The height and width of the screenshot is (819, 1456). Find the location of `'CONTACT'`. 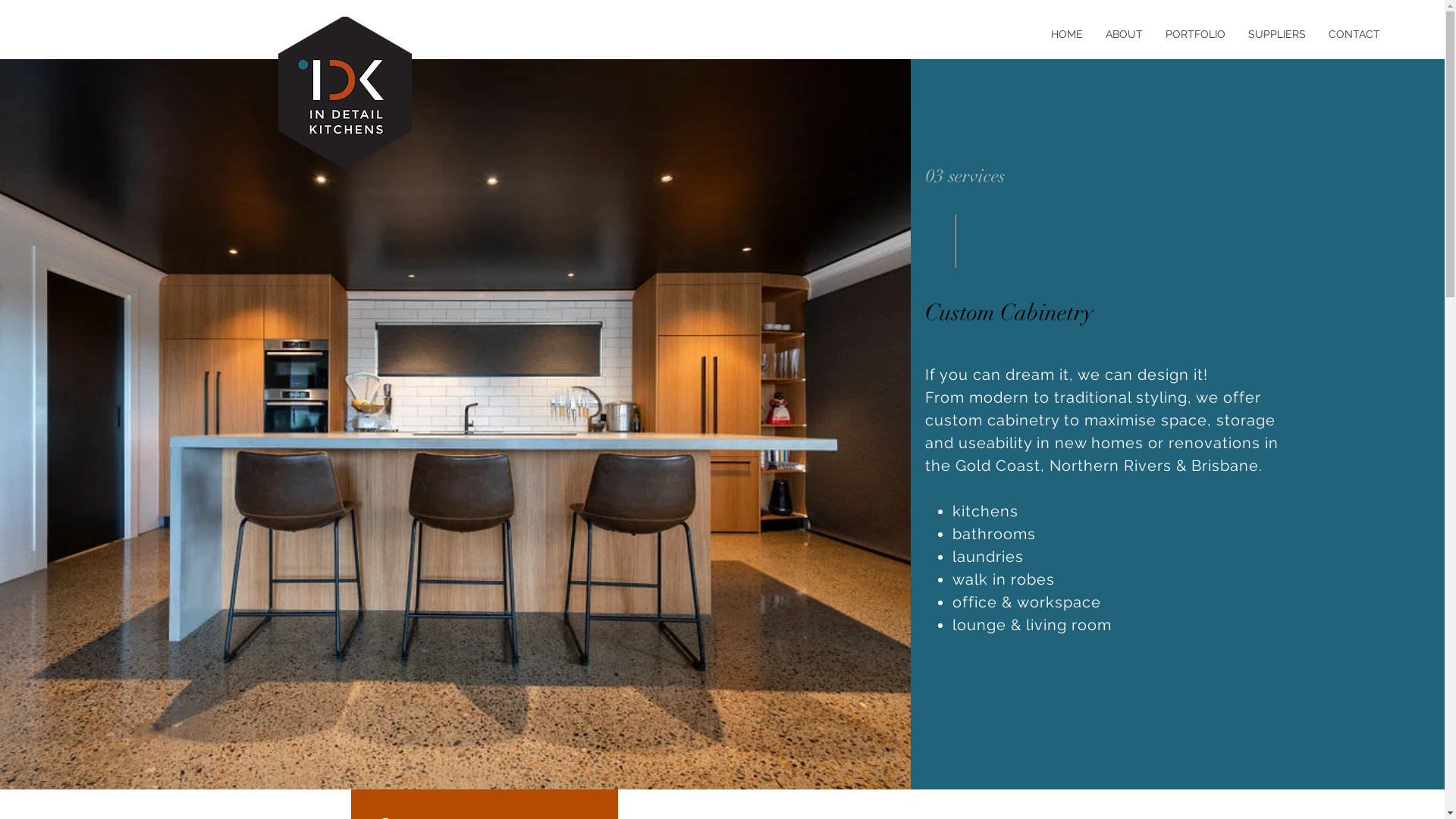

'CONTACT' is located at coordinates (1316, 34).